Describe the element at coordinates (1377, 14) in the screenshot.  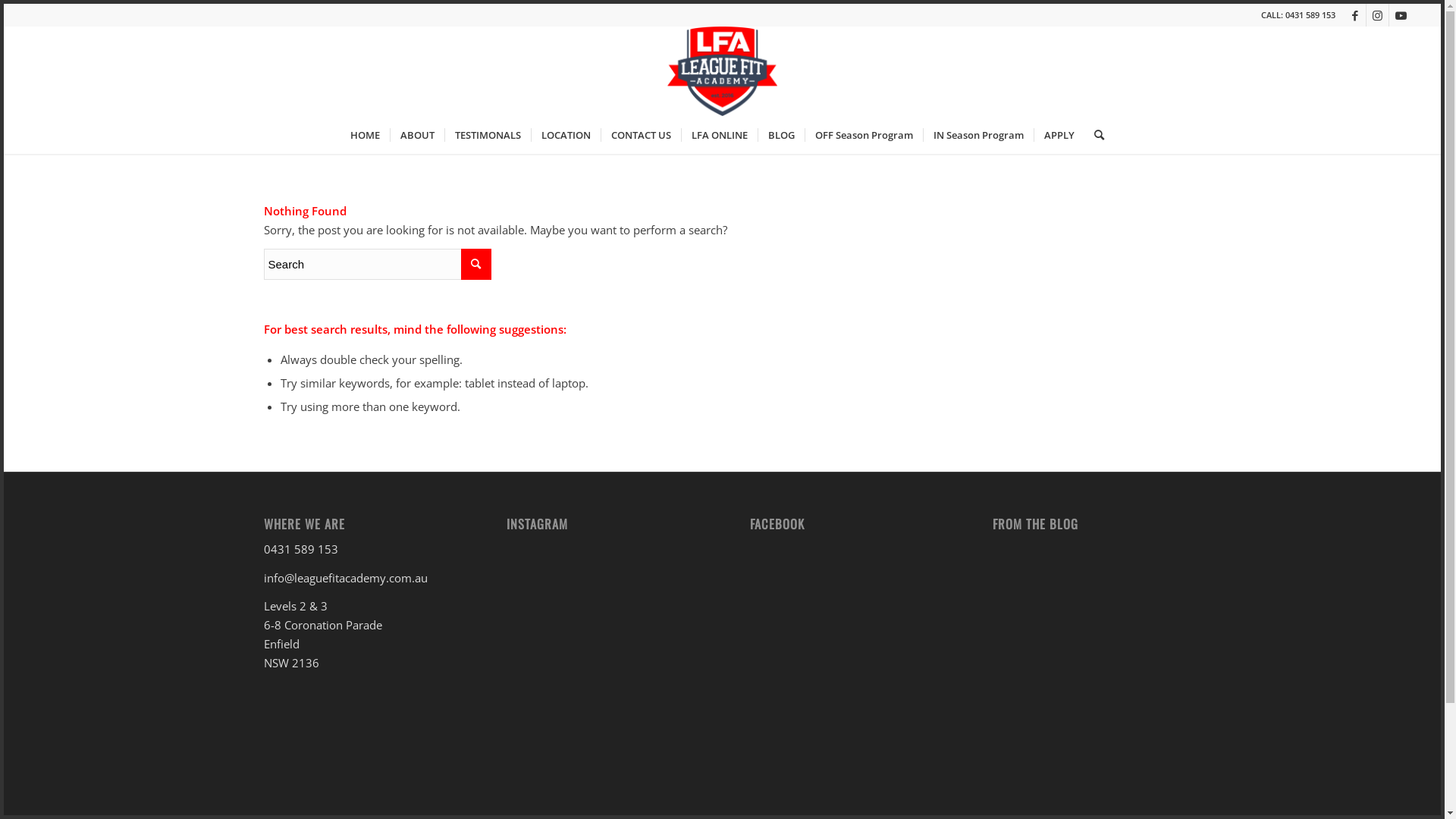
I see `'Instagram'` at that location.